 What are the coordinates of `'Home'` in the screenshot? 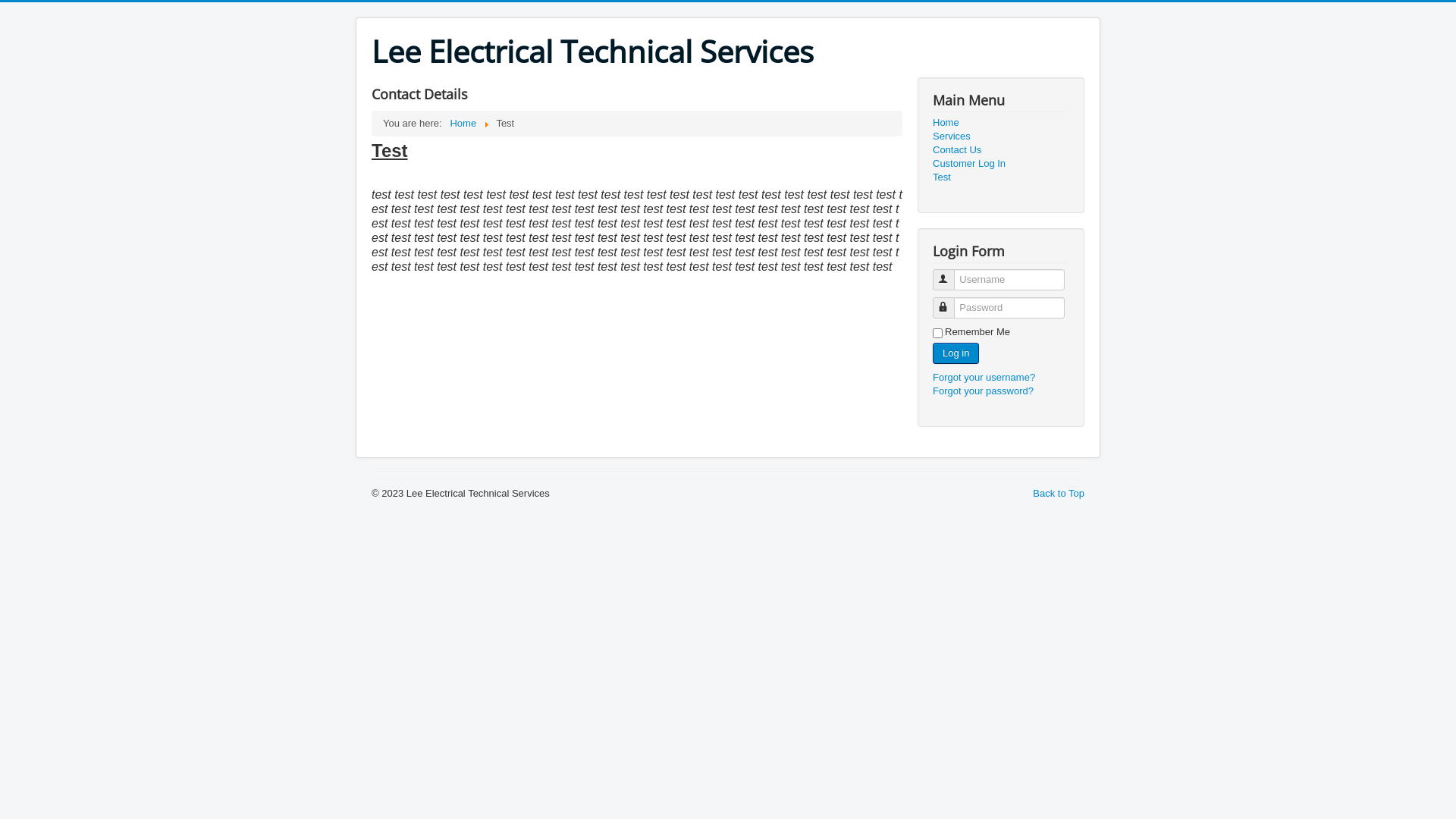 It's located at (1001, 122).